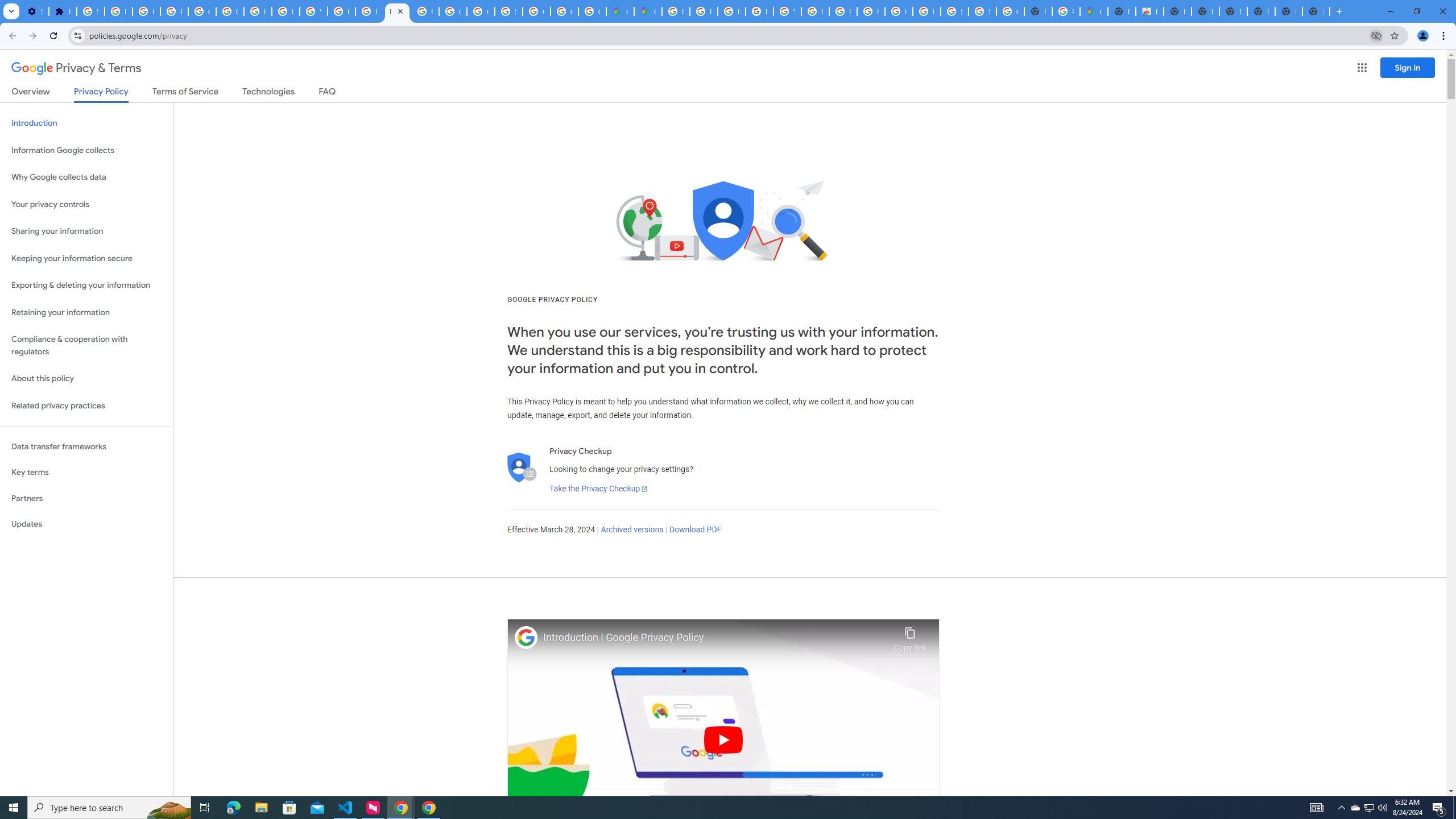  I want to click on 'Learn how to find your photos - Google Photos Help', so click(146, 11).